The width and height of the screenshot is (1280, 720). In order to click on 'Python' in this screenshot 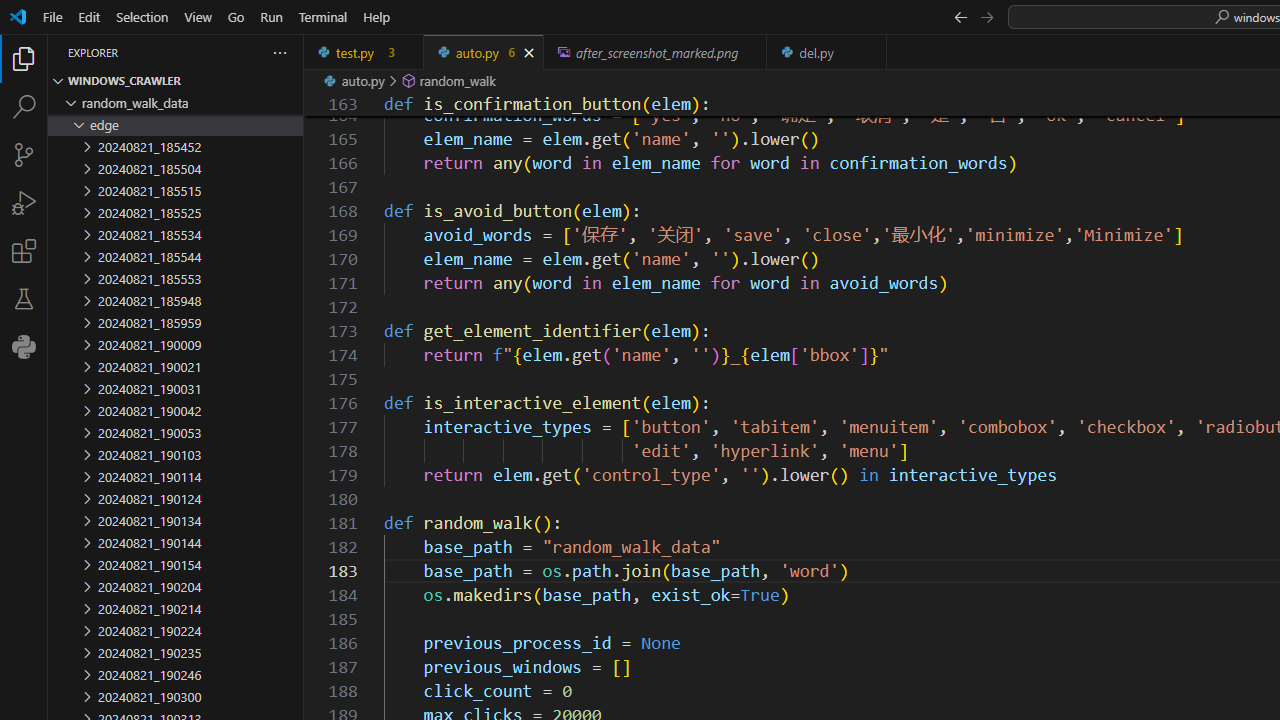, I will do `click(24, 346)`.